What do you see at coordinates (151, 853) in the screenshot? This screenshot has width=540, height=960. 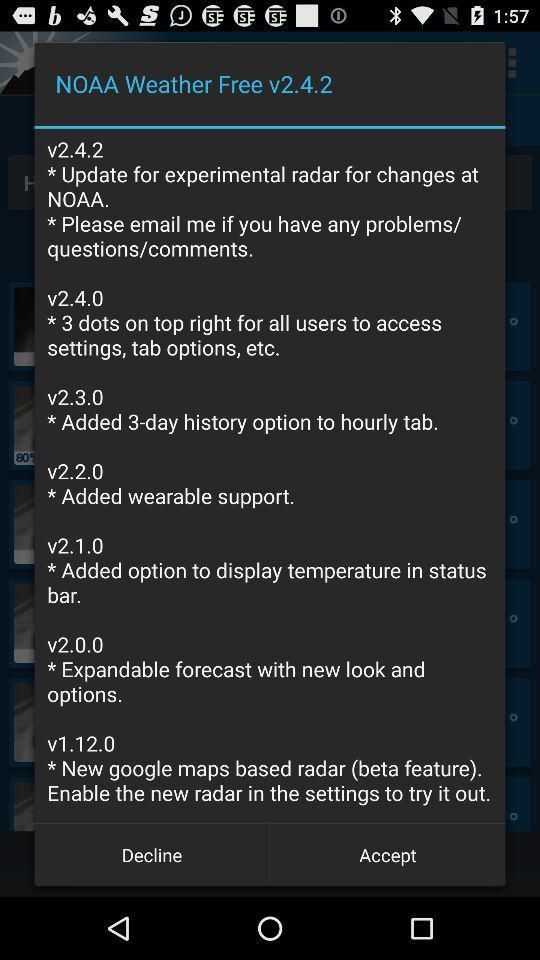 I see `the icon below the v2 4 2 app` at bounding box center [151, 853].